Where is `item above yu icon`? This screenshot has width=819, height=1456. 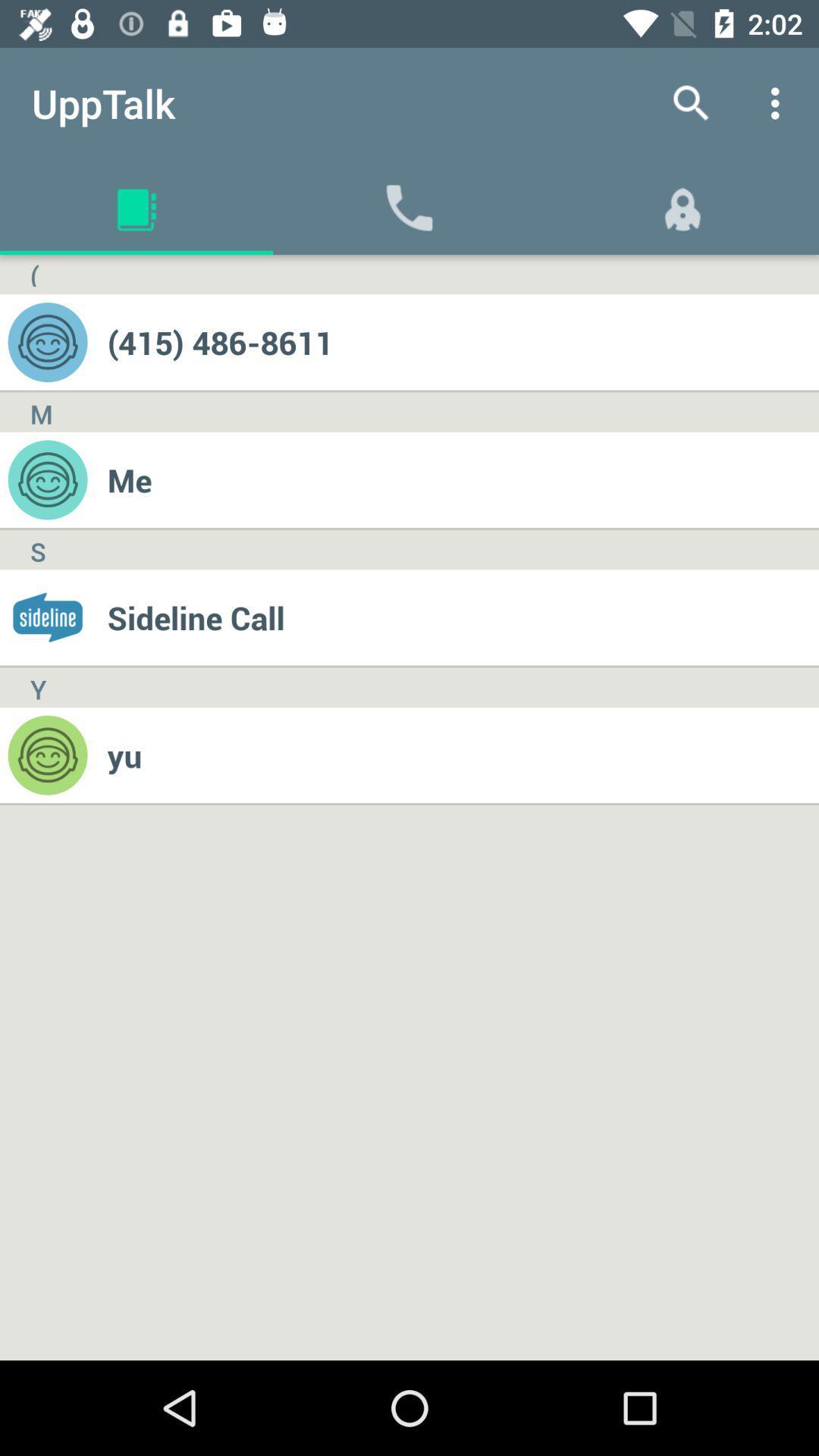
item above yu icon is located at coordinates (462, 617).